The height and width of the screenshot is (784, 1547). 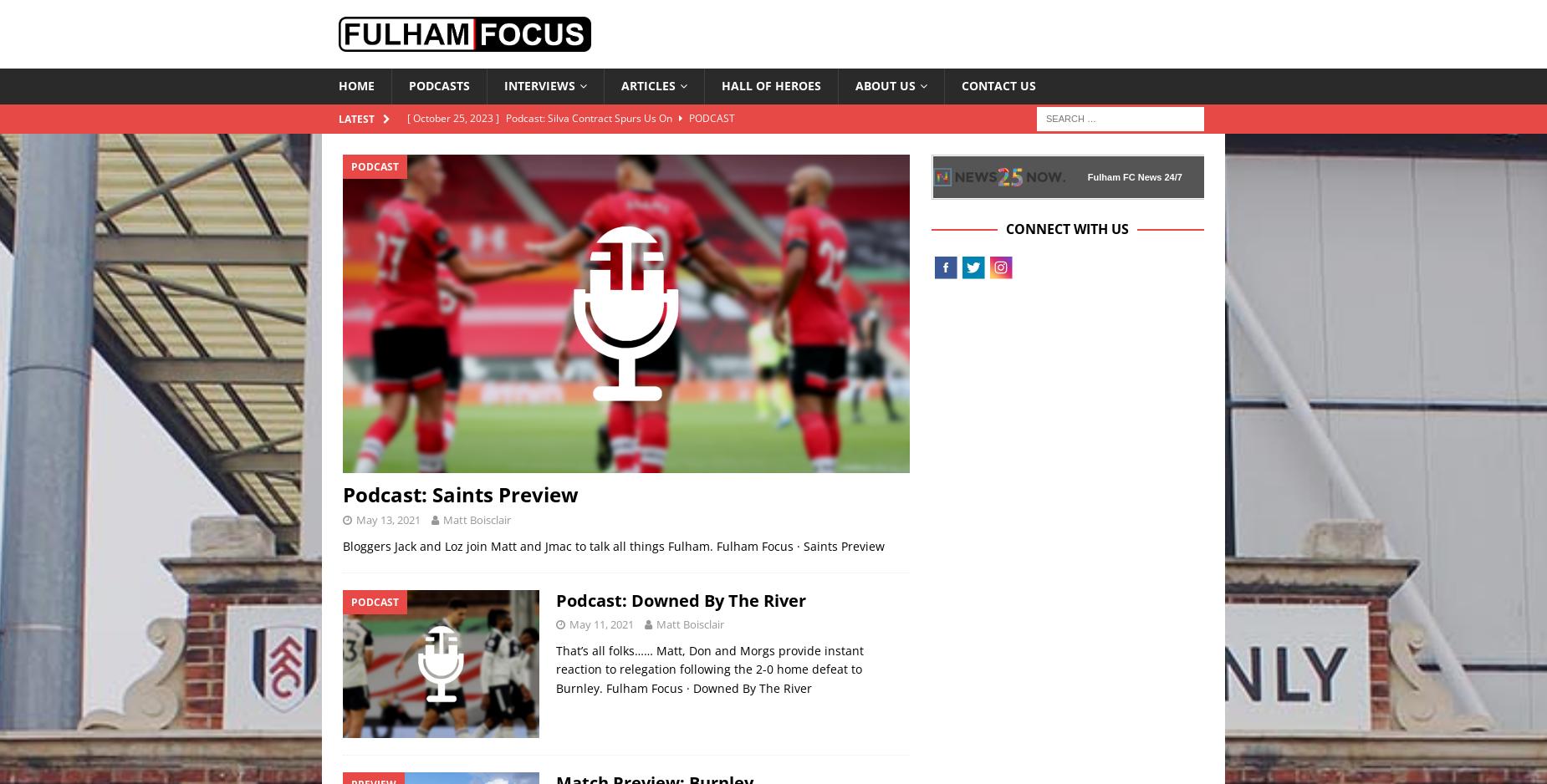 What do you see at coordinates (709, 668) in the screenshot?
I see `'That’s all folks…… Matt, Don and Morgs provide instant reaction to relegation following the 2-0 home defeat to Burnley. Fulham Focus · Downed By The River'` at bounding box center [709, 668].